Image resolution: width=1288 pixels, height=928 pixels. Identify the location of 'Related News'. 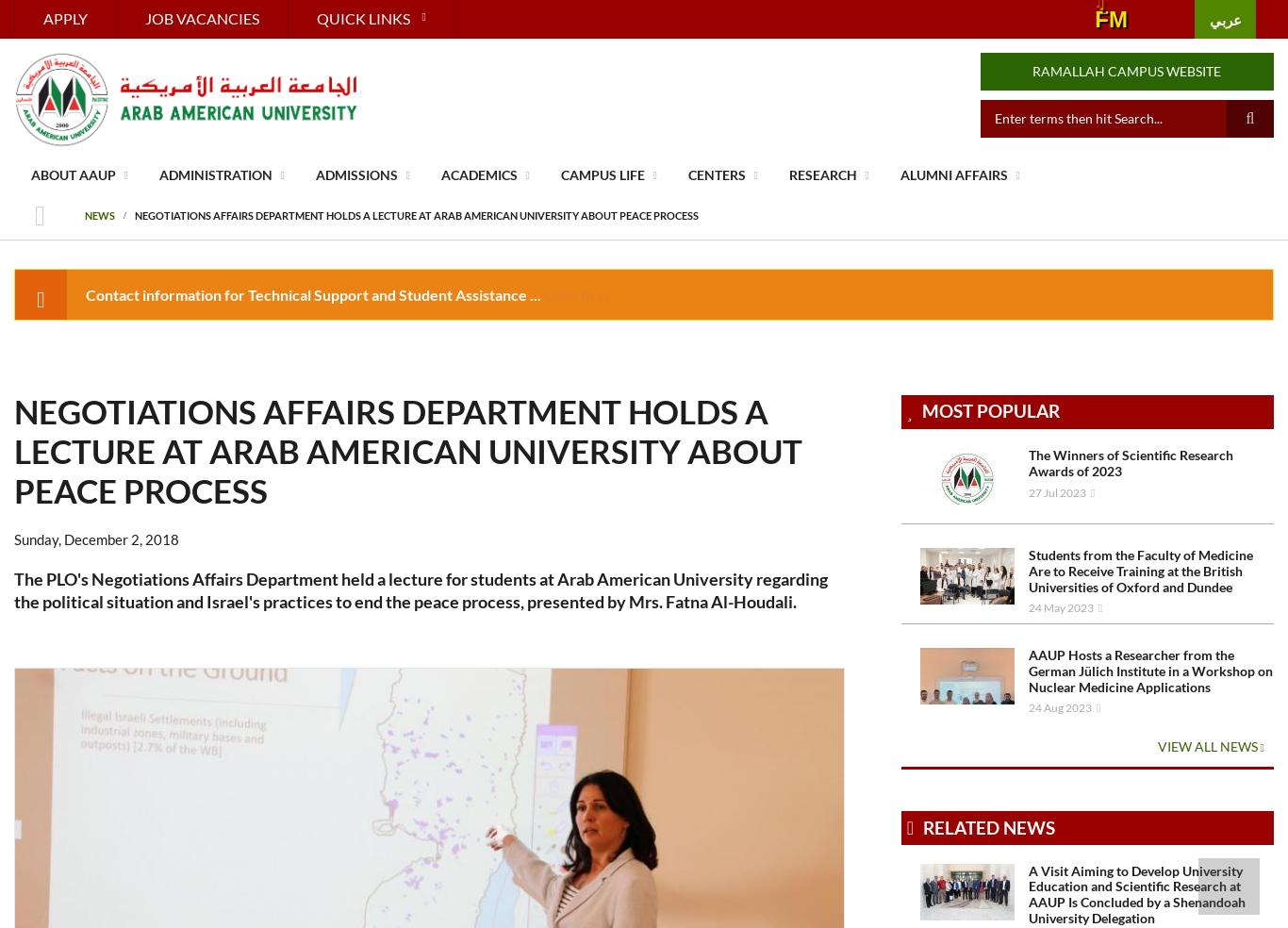
(922, 826).